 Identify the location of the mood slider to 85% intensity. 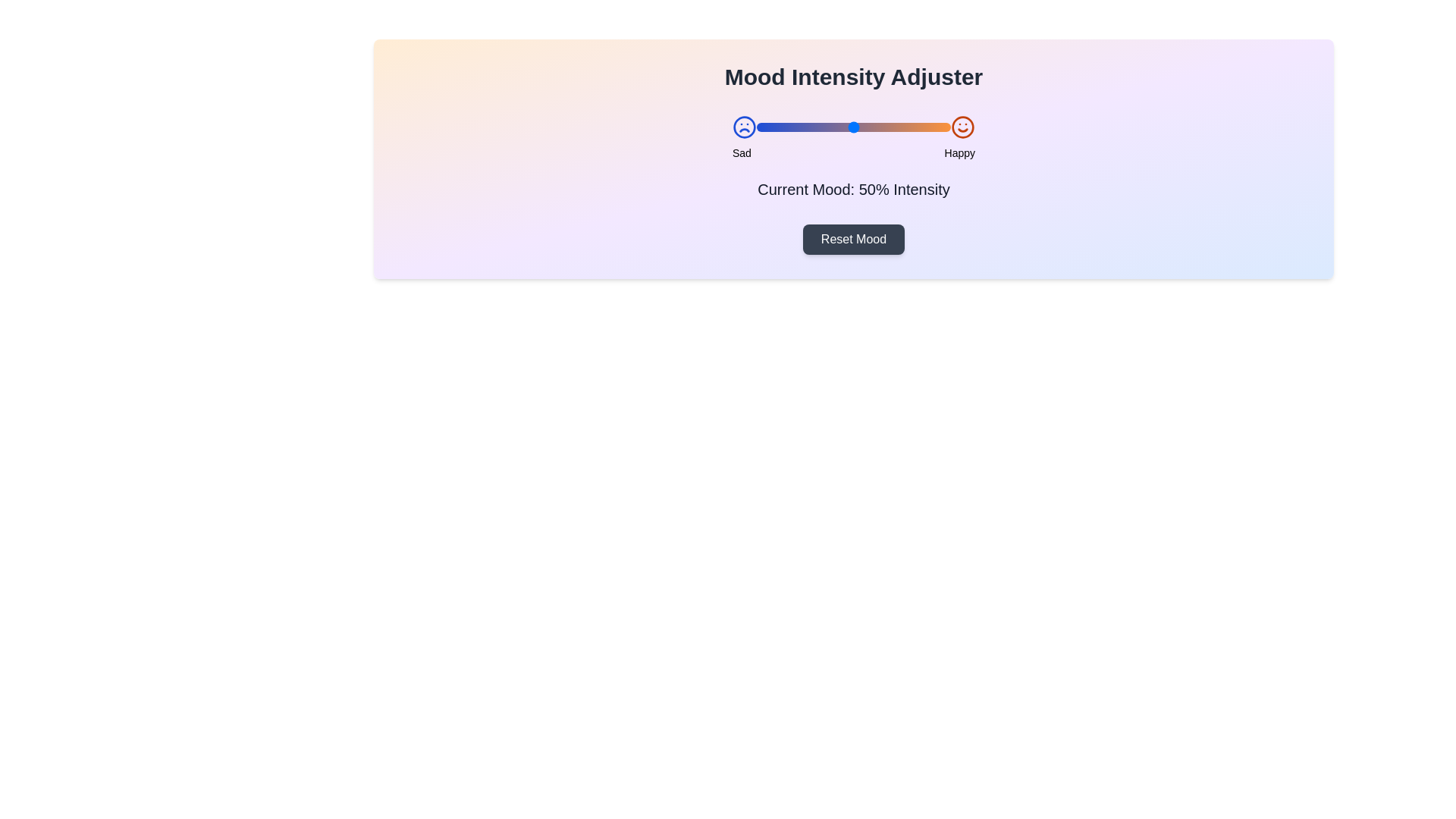
(921, 127).